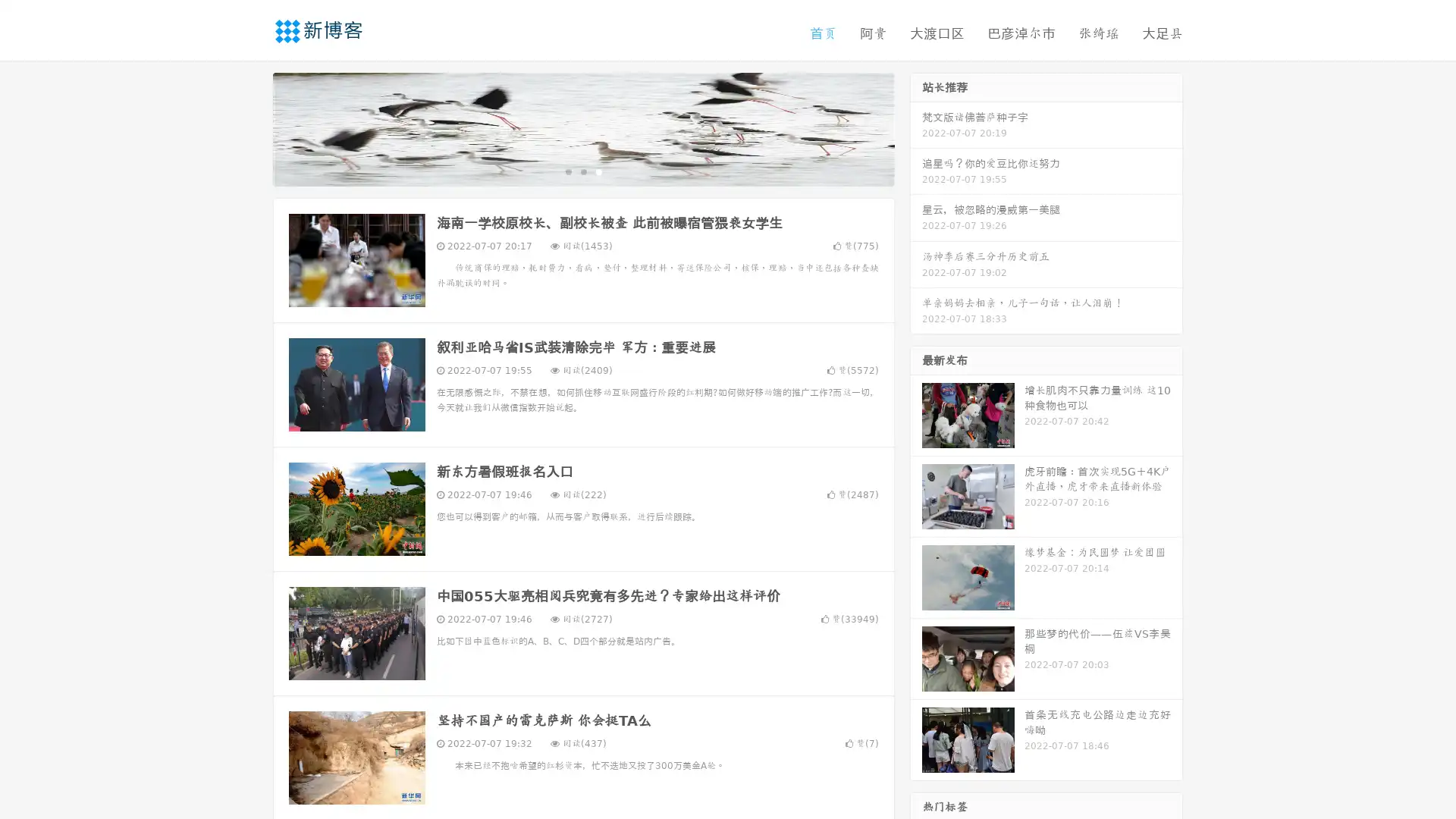 This screenshot has width=1456, height=819. I want to click on Go to slide 3, so click(598, 171).